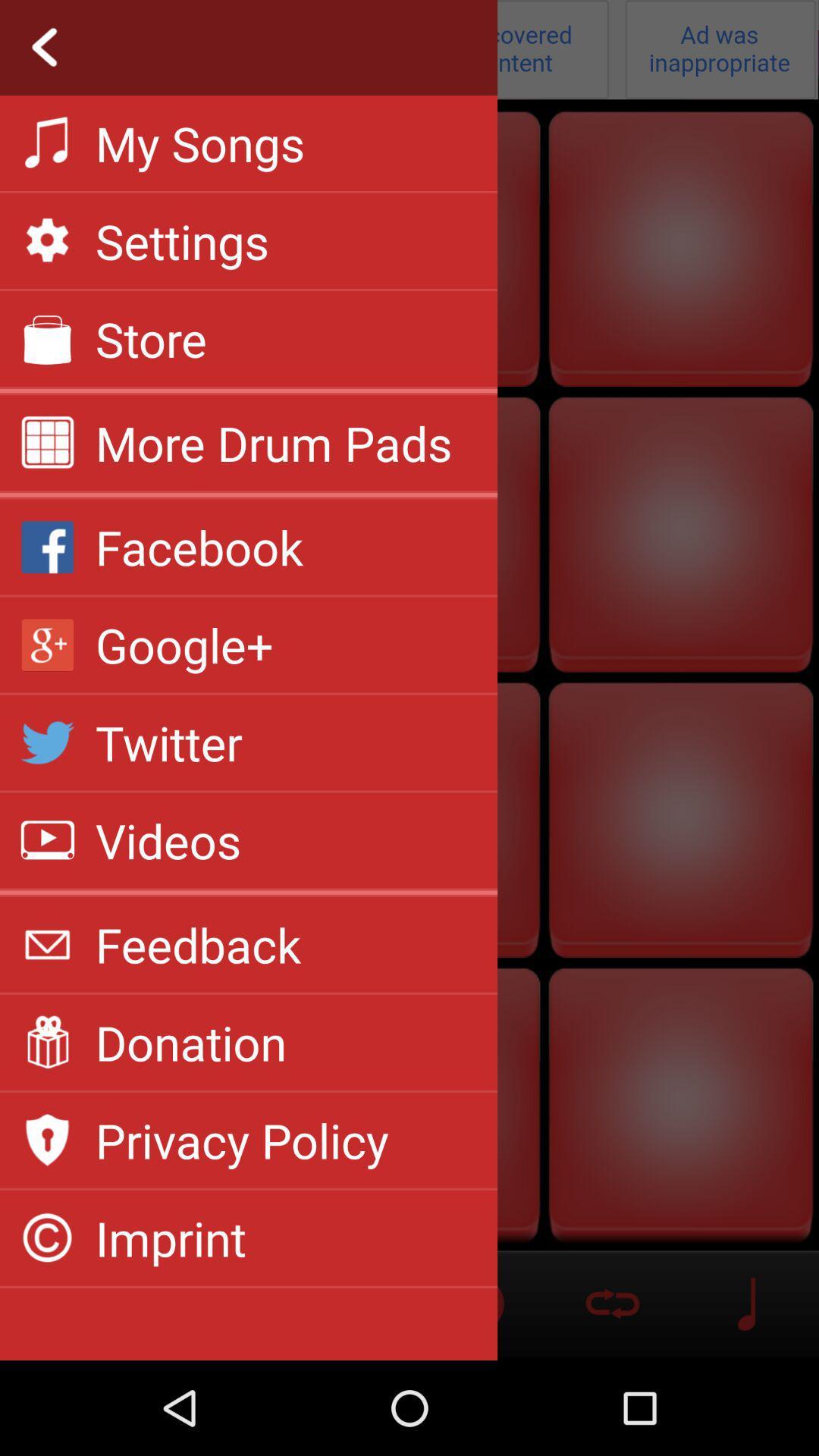 This screenshot has height=1456, width=819. Describe the element at coordinates (241, 1140) in the screenshot. I see `privacy policy` at that location.